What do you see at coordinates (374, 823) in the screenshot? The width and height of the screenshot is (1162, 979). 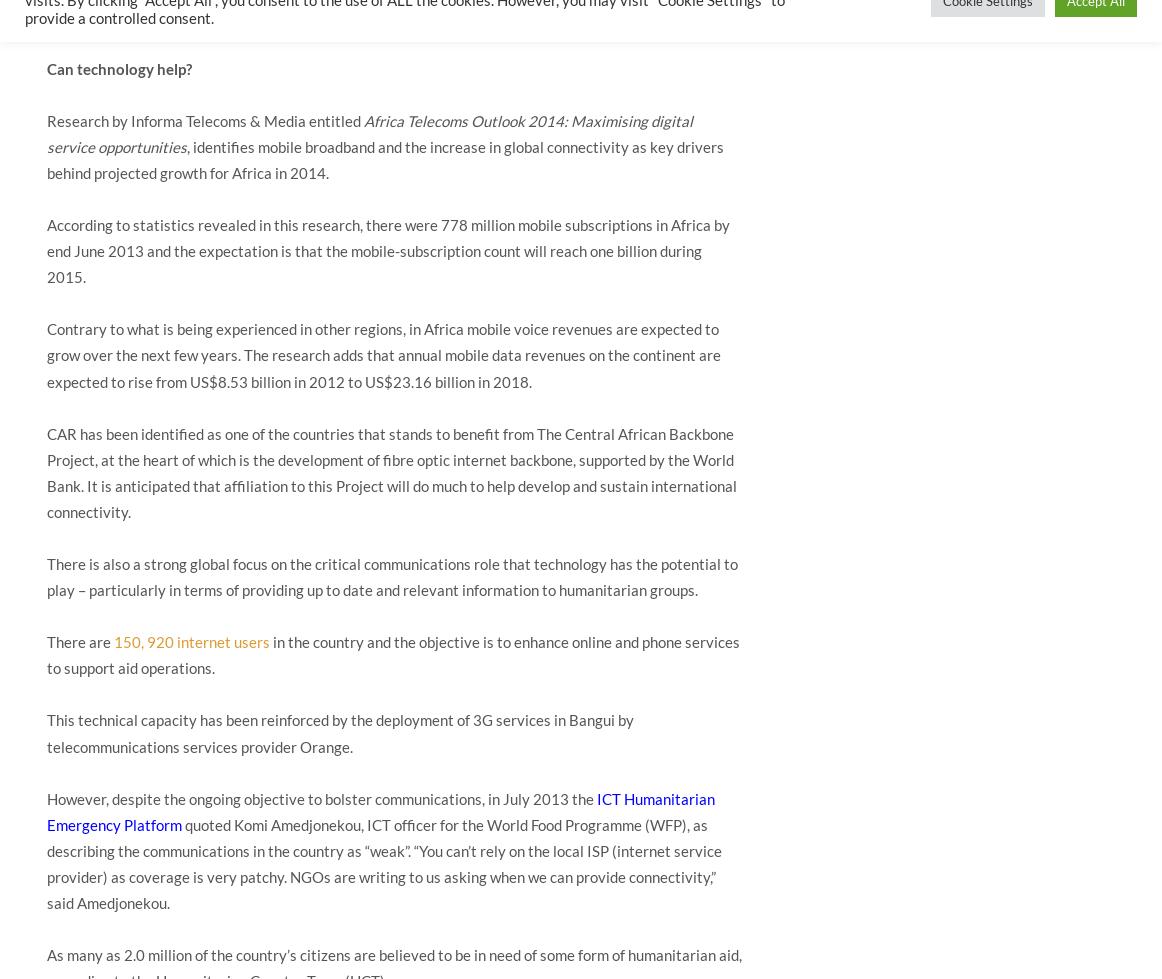 I see `'quoted Komi Amedjonekou, ICT officer for the World Food'` at bounding box center [374, 823].